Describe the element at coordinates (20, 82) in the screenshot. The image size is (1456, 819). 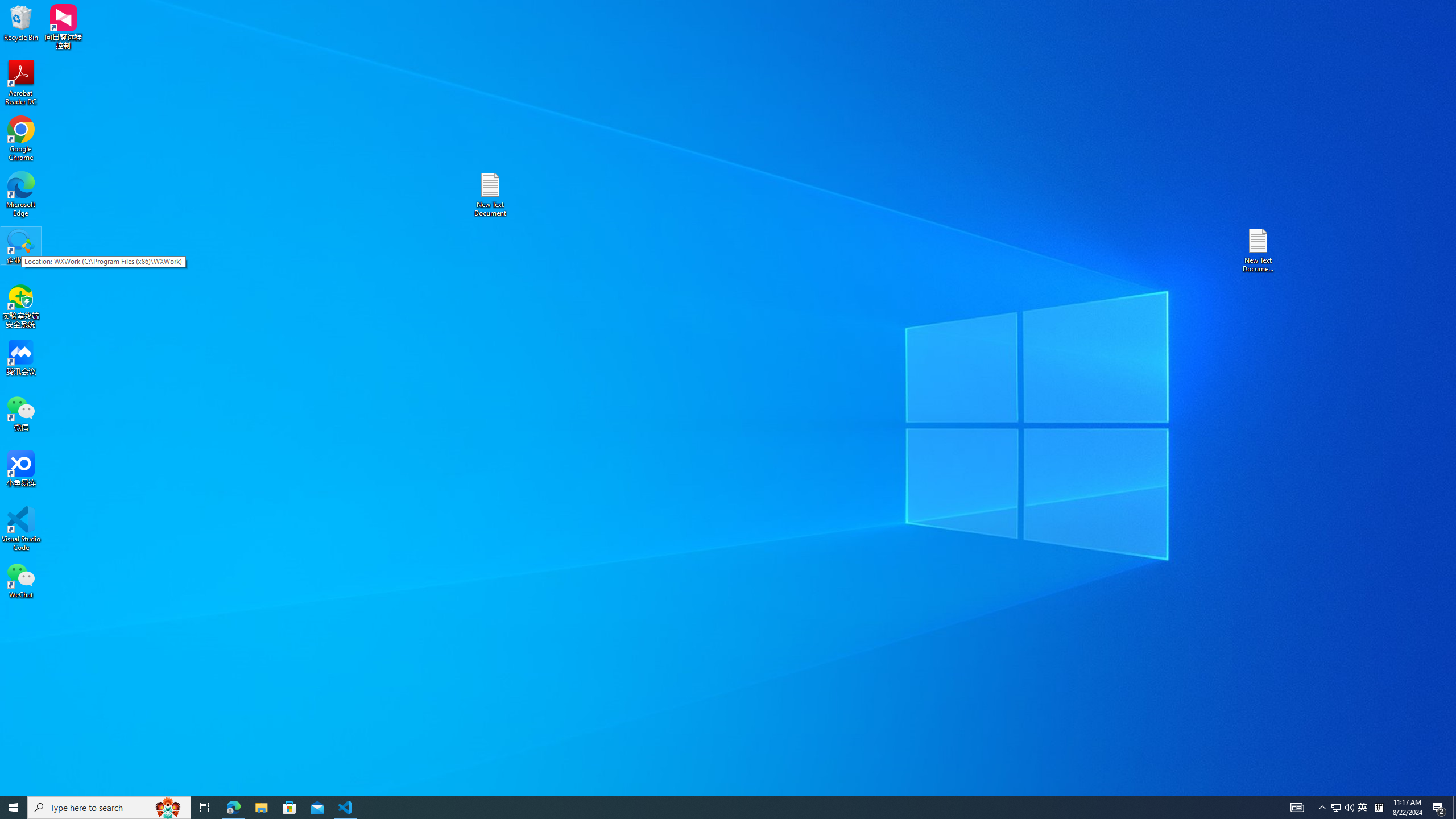
I see `'Acrobat Reader DC'` at that location.